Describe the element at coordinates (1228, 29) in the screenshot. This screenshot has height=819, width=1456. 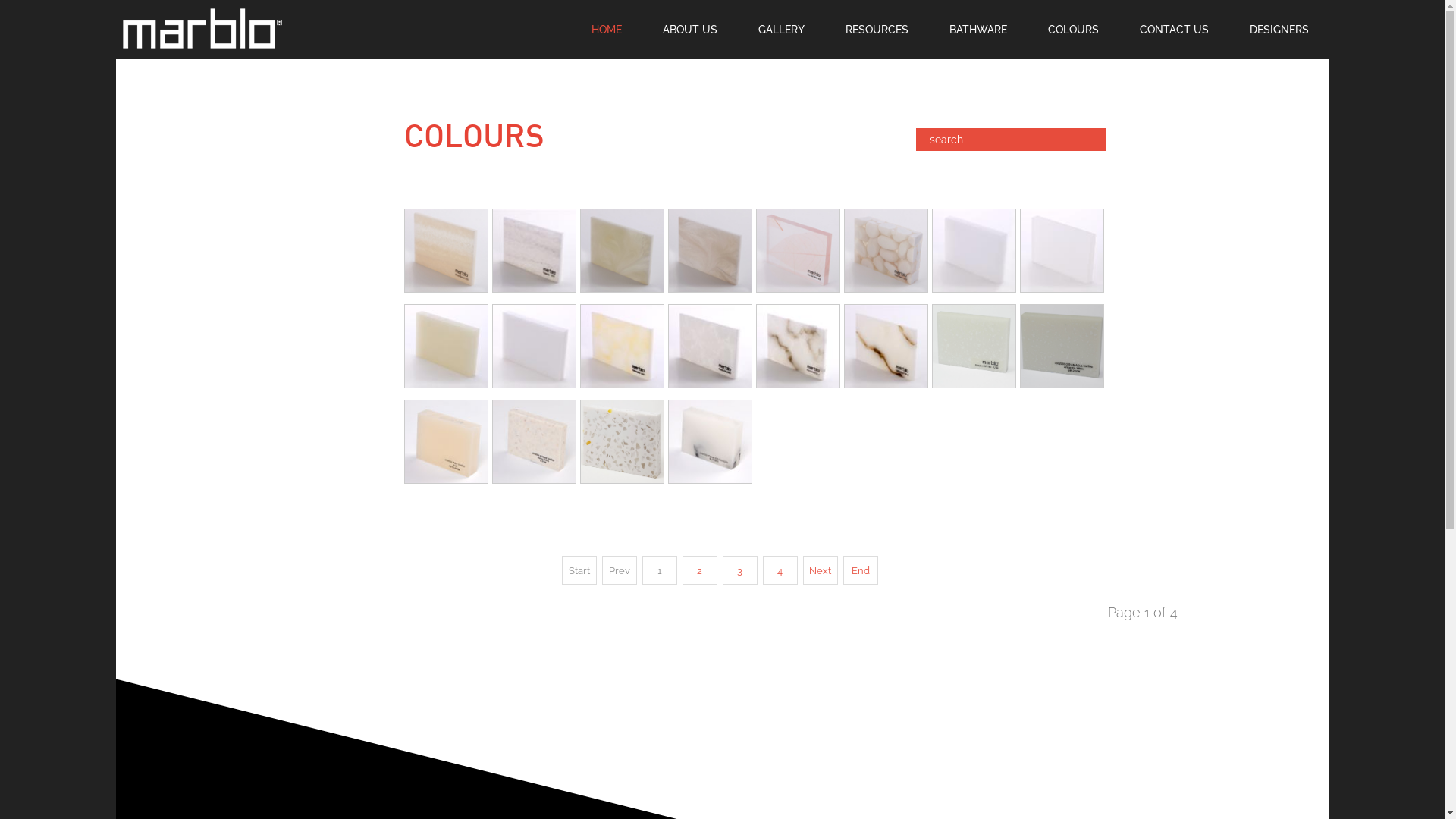
I see `'DESIGNERS'` at that location.